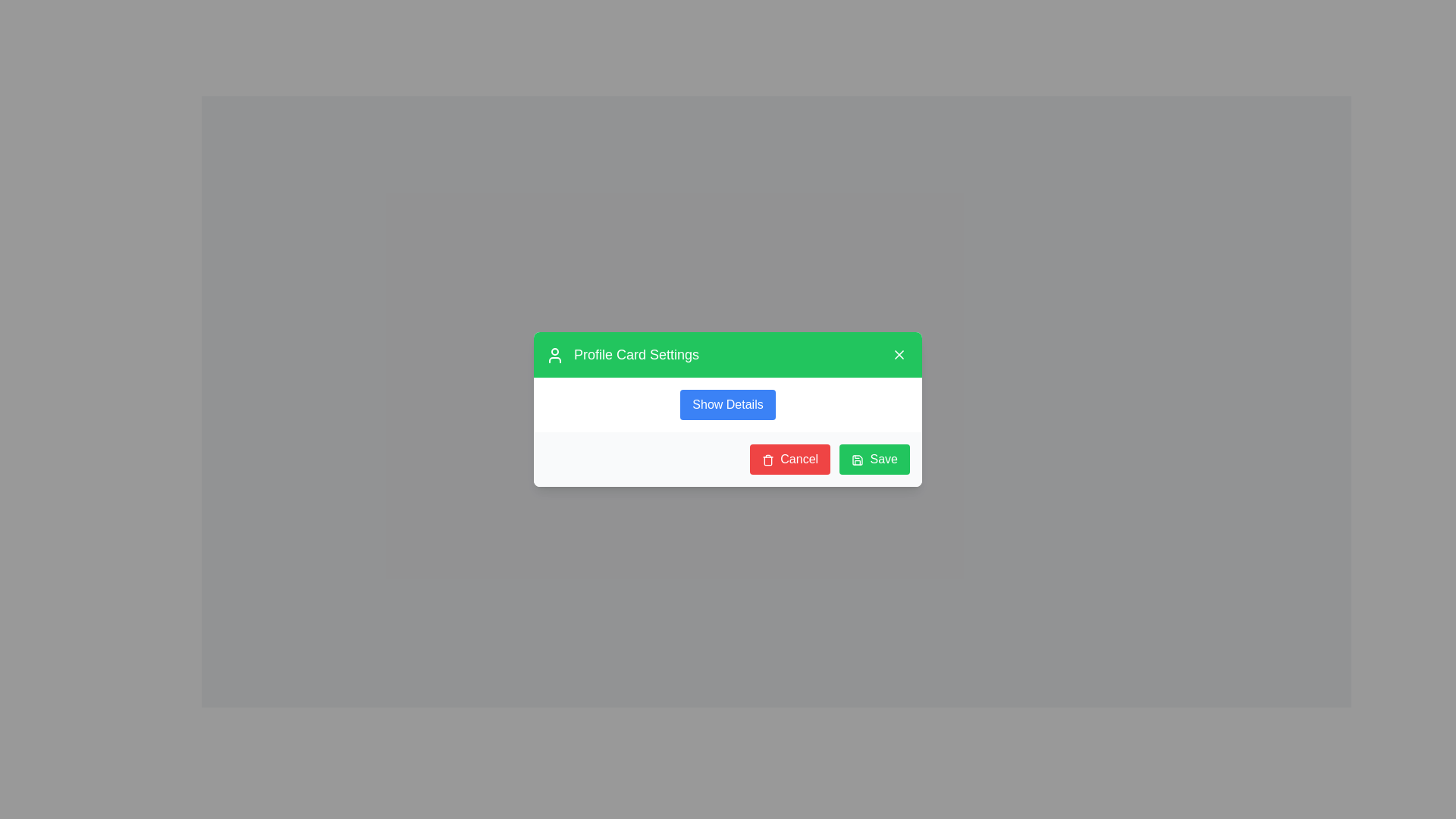 The height and width of the screenshot is (819, 1456). What do you see at coordinates (874, 458) in the screenshot?
I see `the green 'Save' button with rounded corners and a save icon` at bounding box center [874, 458].